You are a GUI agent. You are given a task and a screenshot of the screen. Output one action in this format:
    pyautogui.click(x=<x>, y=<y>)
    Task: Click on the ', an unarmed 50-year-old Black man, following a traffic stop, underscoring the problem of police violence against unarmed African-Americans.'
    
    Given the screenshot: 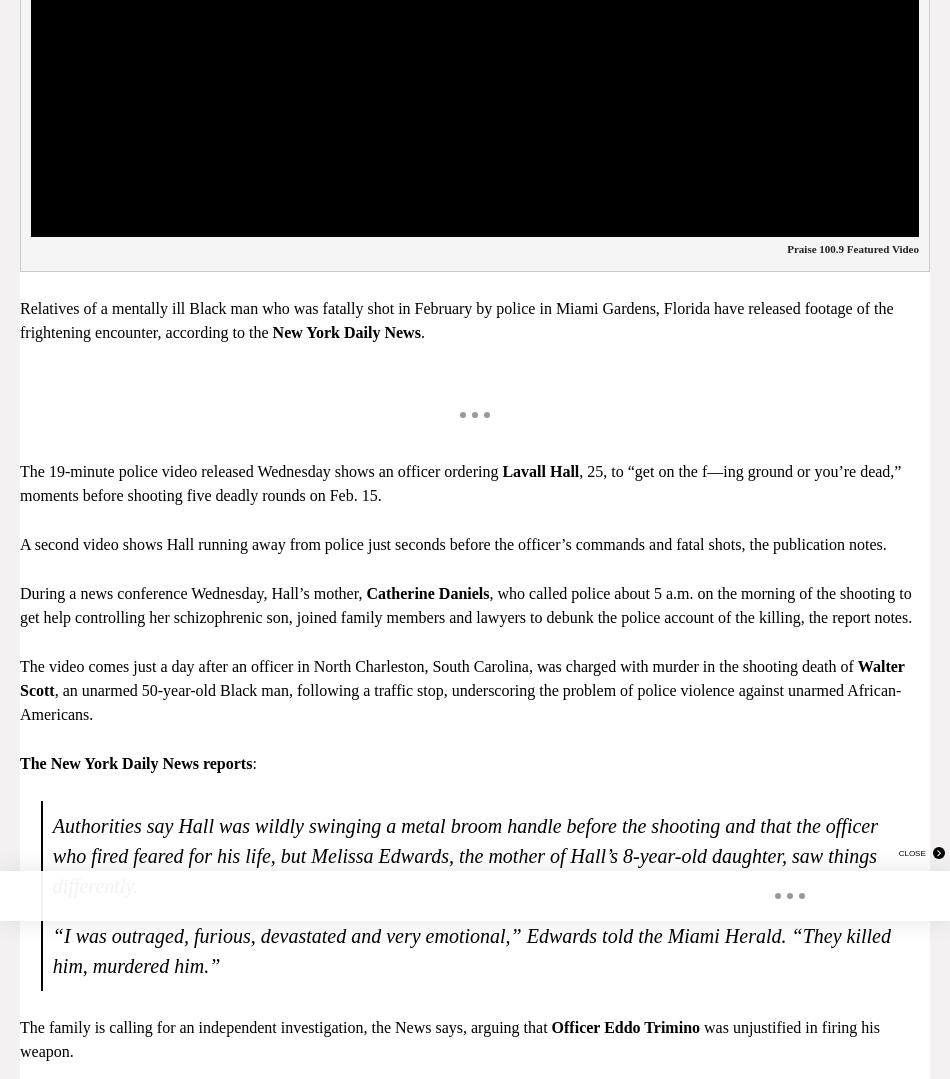 What is the action you would take?
    pyautogui.click(x=459, y=701)
    